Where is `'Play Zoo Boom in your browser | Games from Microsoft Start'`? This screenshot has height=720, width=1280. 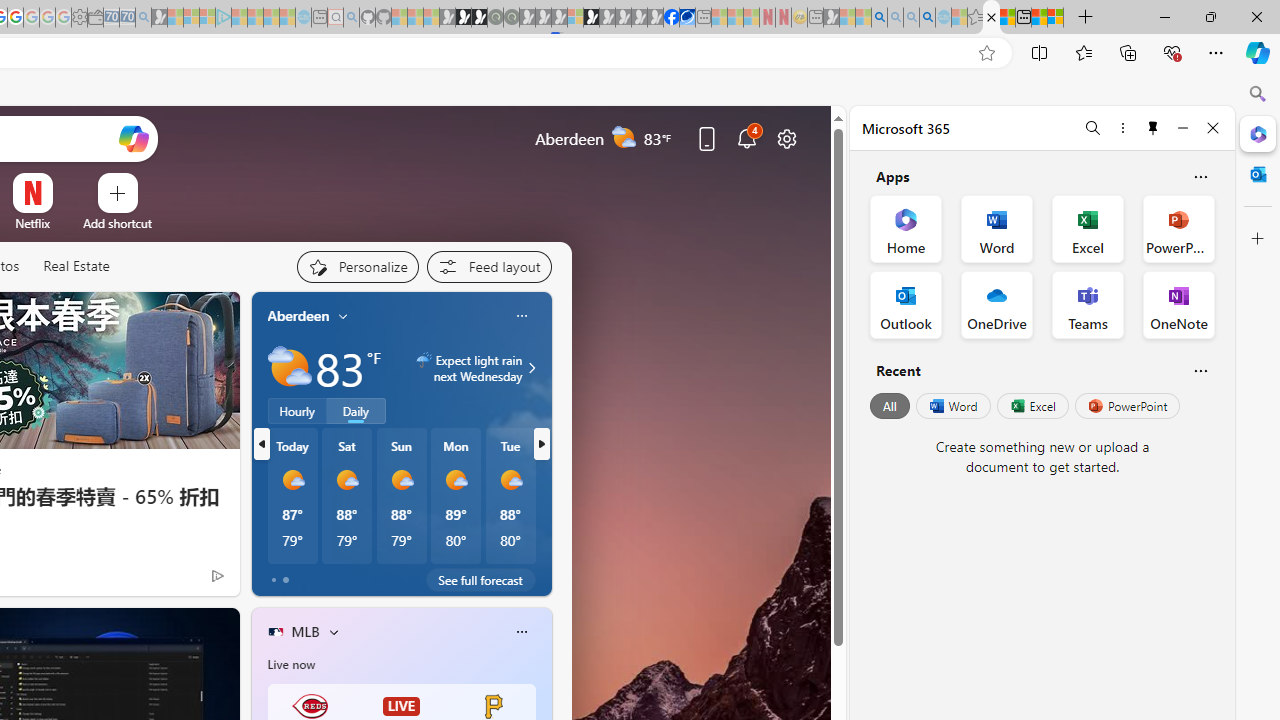 'Play Zoo Boom in your browser | Games from Microsoft Start' is located at coordinates (462, 17).